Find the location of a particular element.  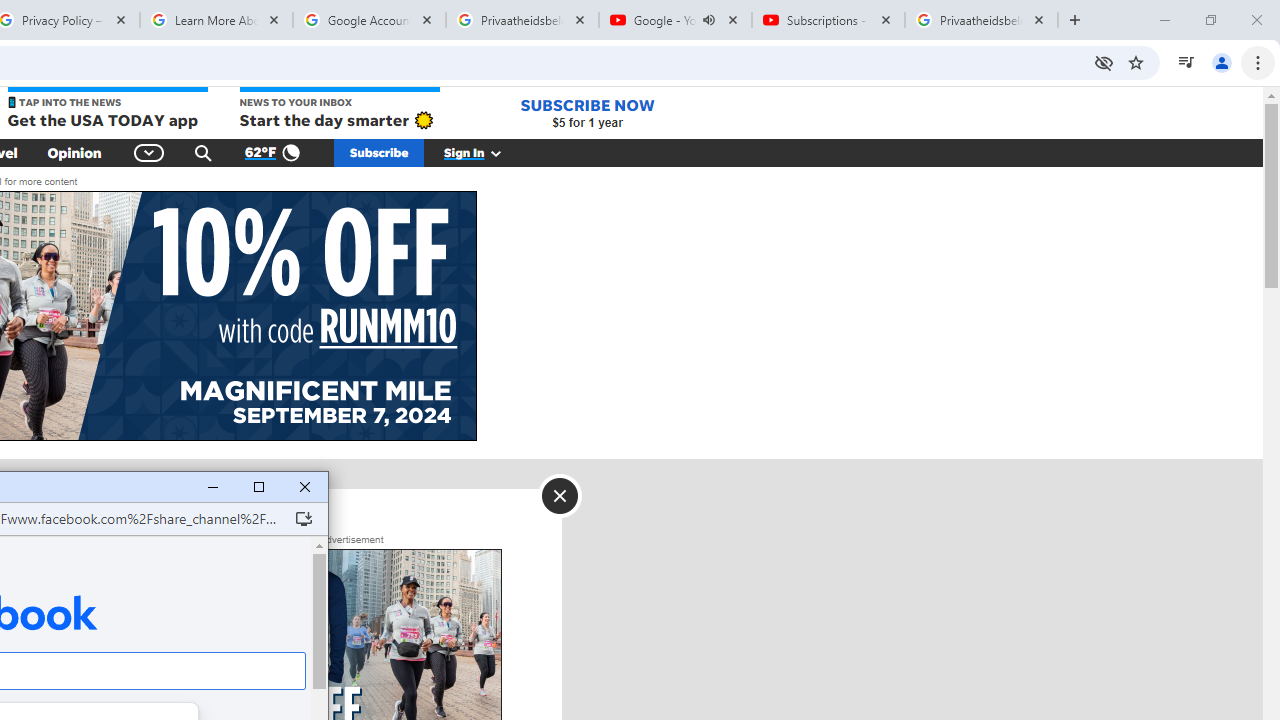

'Subscriptions - YouTube' is located at coordinates (828, 20).